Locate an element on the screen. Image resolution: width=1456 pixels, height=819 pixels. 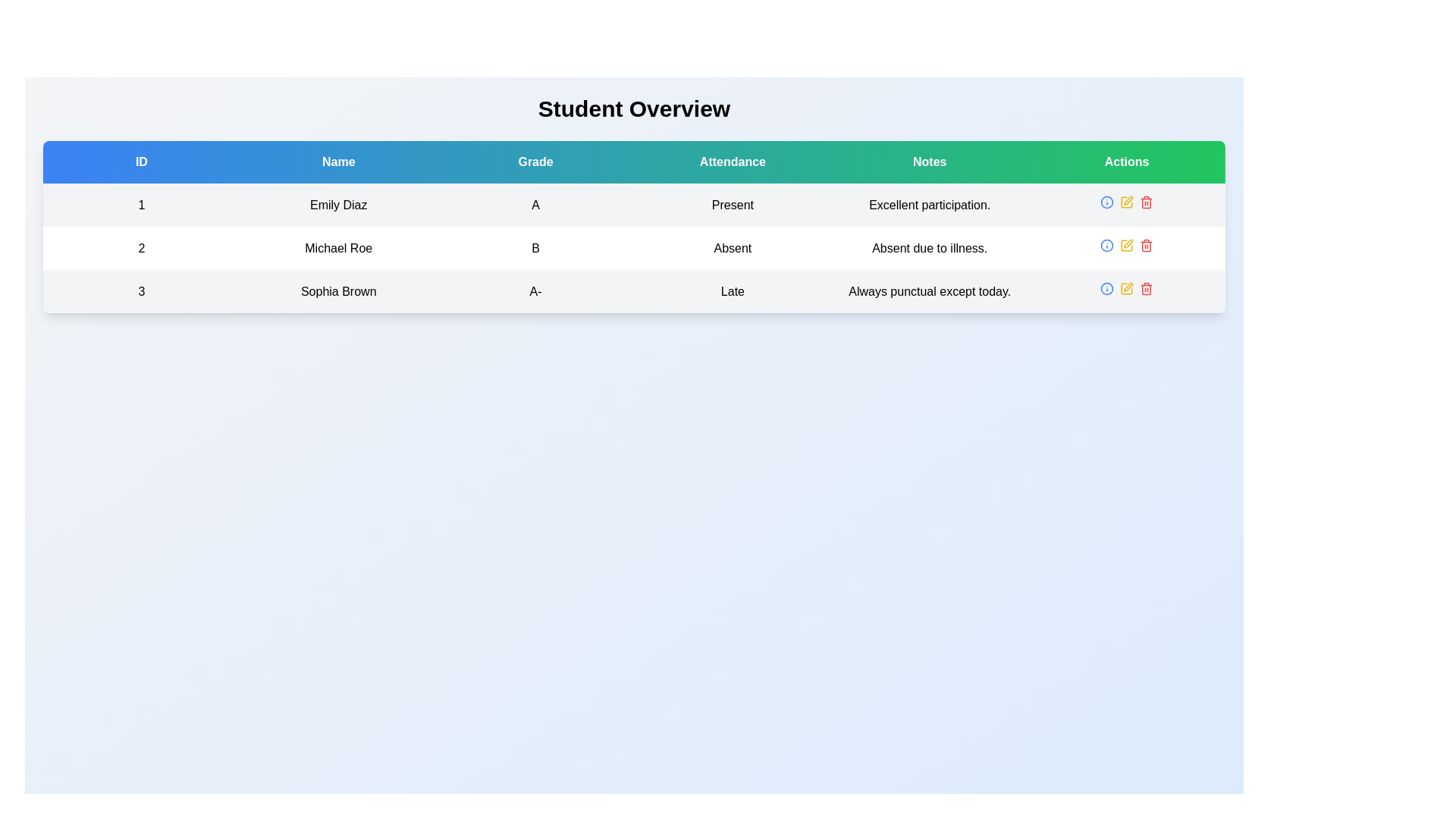
the text label that contains the phrase 'Excellent participation.' in the 'Notes' column for student 'Emily Diaz.' is located at coordinates (929, 205).